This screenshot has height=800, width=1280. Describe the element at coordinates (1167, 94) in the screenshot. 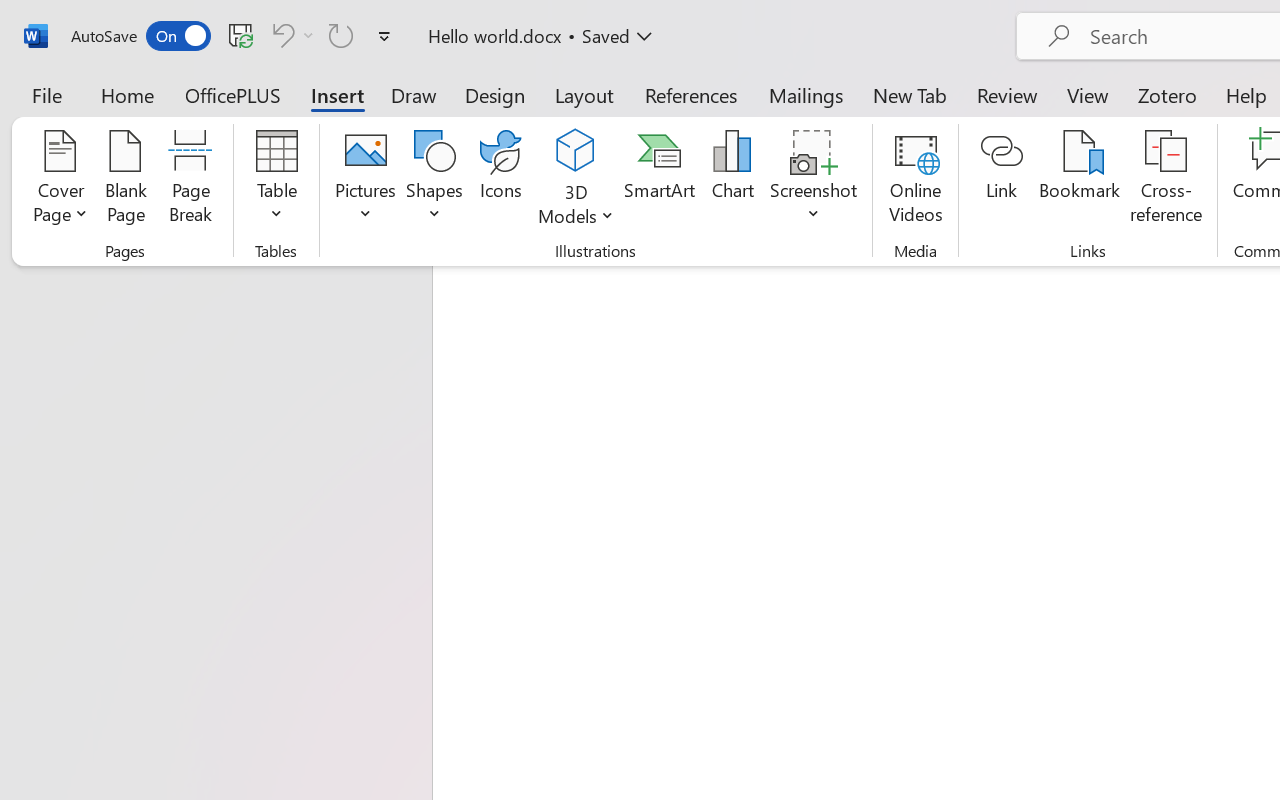

I see `'Zotero'` at that location.